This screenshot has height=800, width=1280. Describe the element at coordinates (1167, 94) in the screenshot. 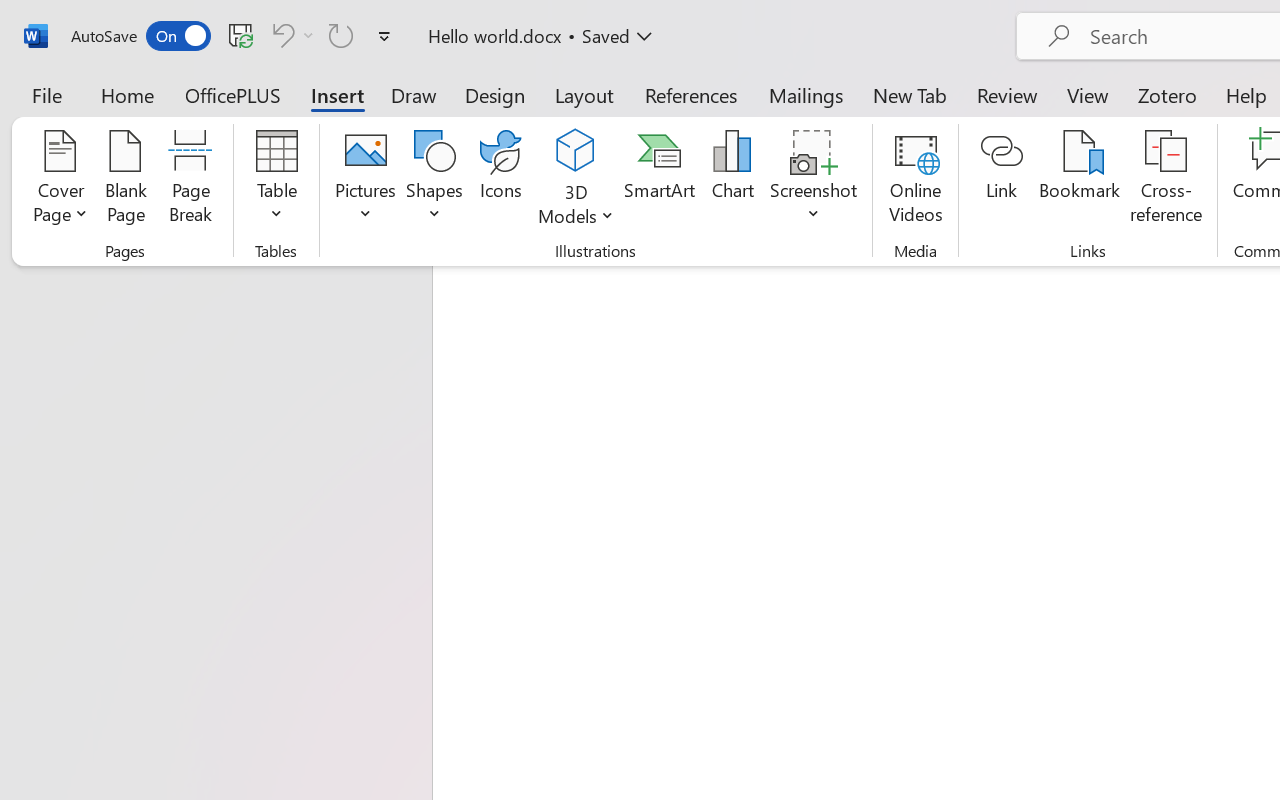

I see `'Zotero'` at that location.